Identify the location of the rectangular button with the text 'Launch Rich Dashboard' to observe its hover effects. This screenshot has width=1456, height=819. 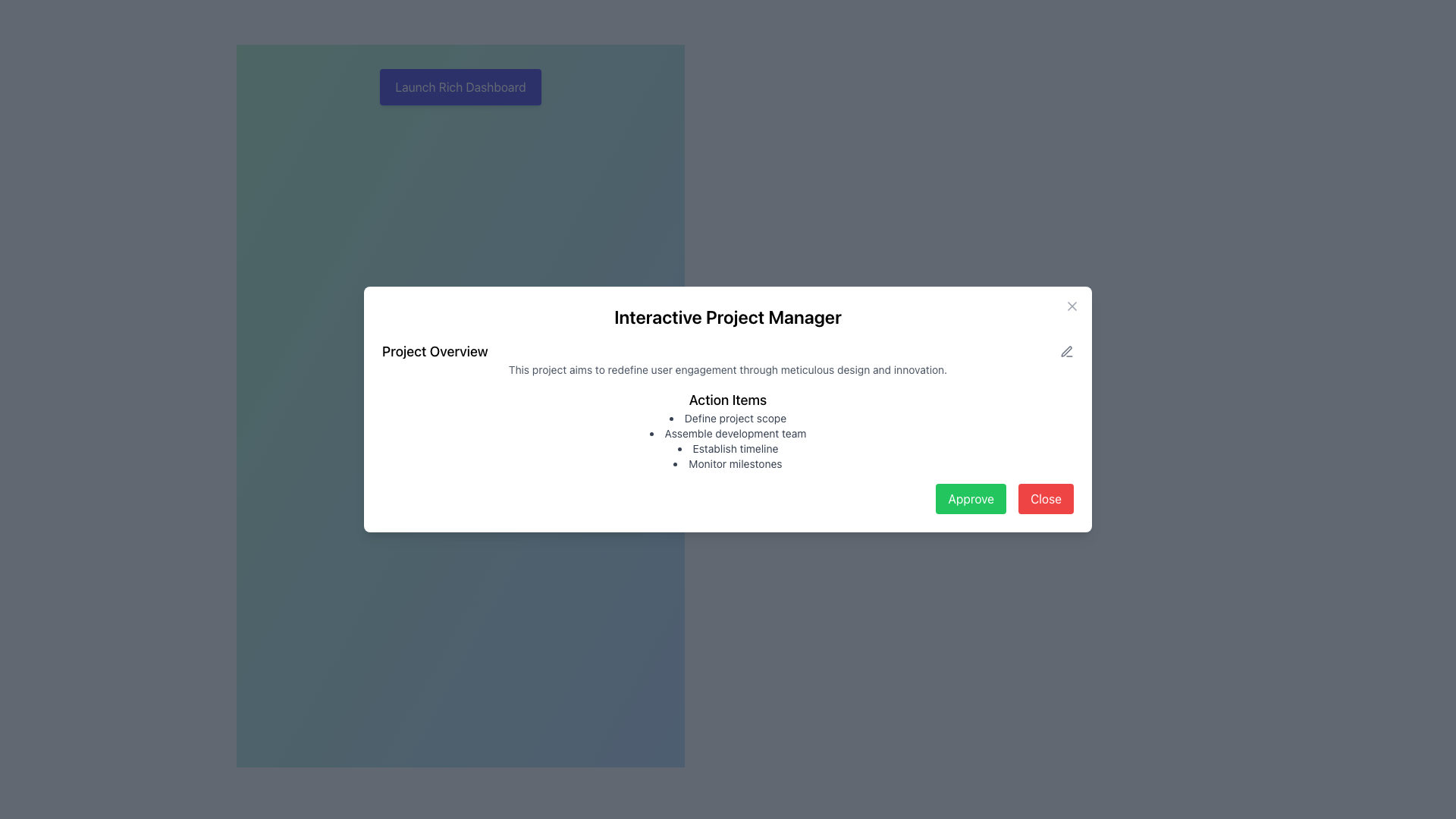
(460, 87).